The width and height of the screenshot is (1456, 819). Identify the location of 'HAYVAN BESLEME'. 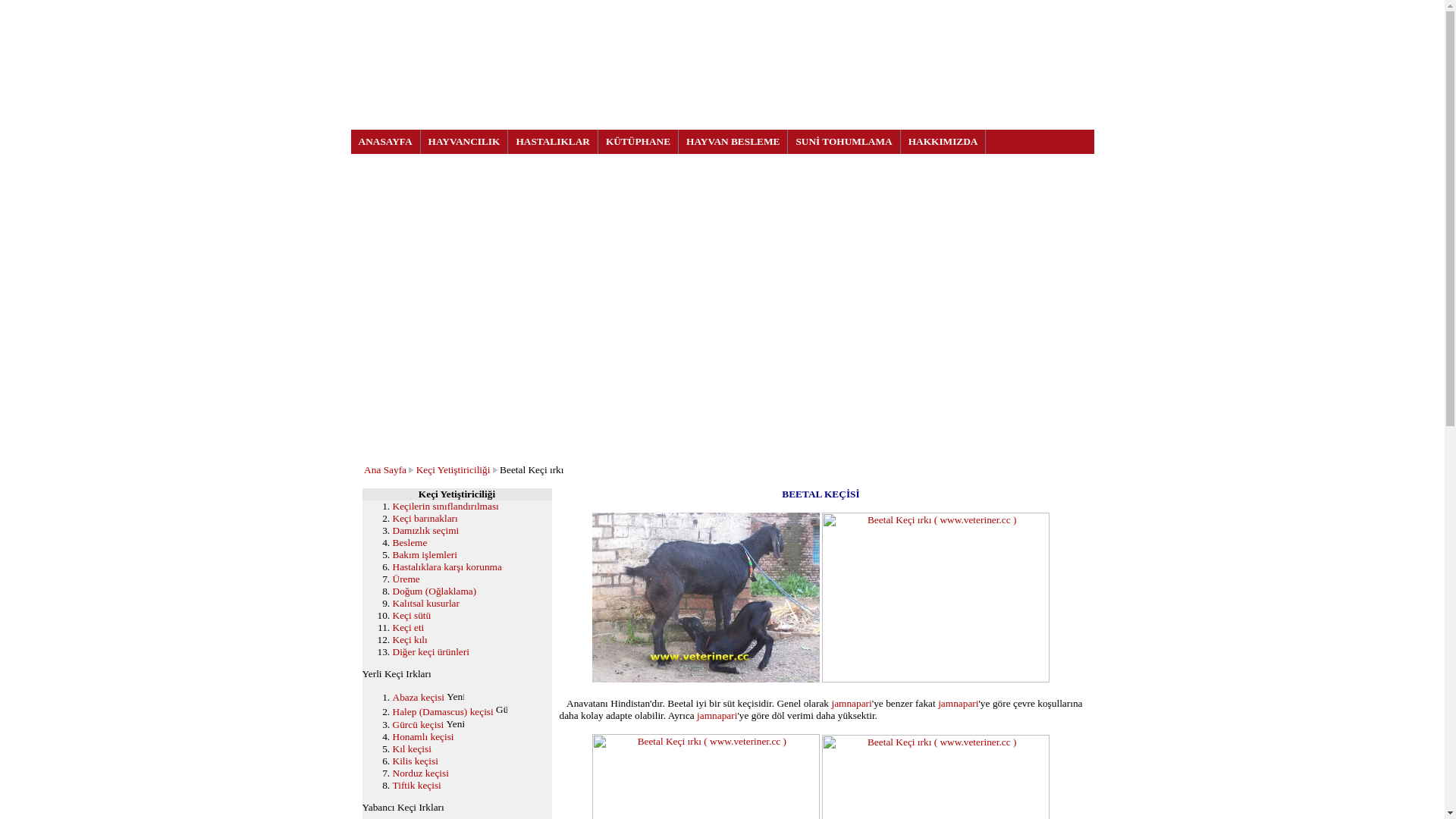
(733, 141).